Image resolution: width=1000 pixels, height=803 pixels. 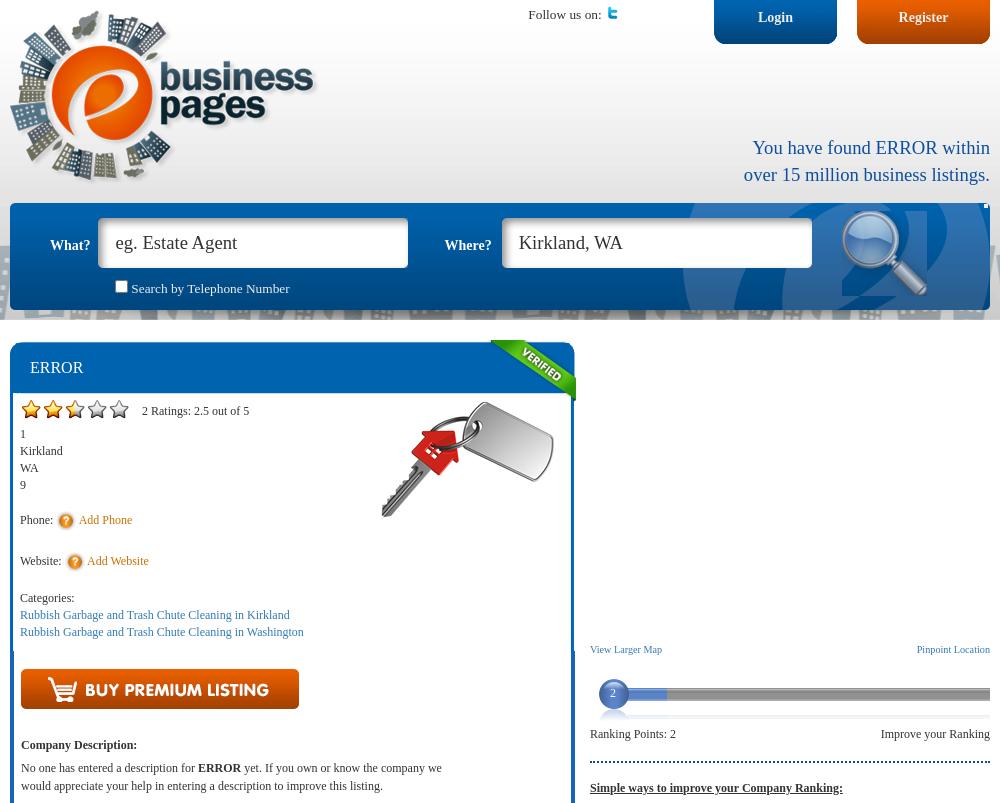 I want to click on 'yet. If you own or know the company we would appreciate your help in entering a description to improve this listing.', so click(x=230, y=775).